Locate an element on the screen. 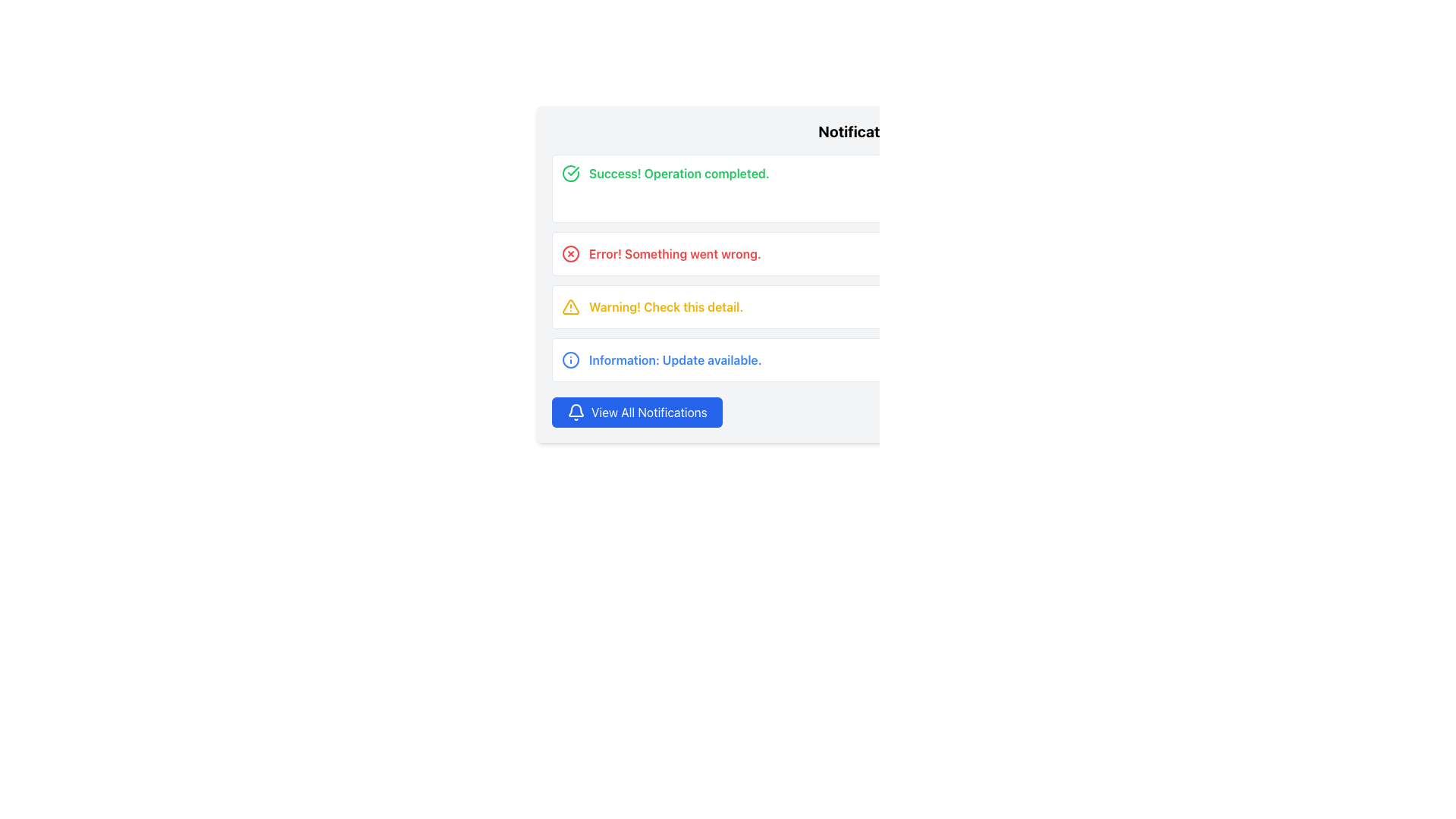 The height and width of the screenshot is (819, 1456). the 'Update' button of the fourth notification card in the notification dashboard is located at coordinates (901, 359).